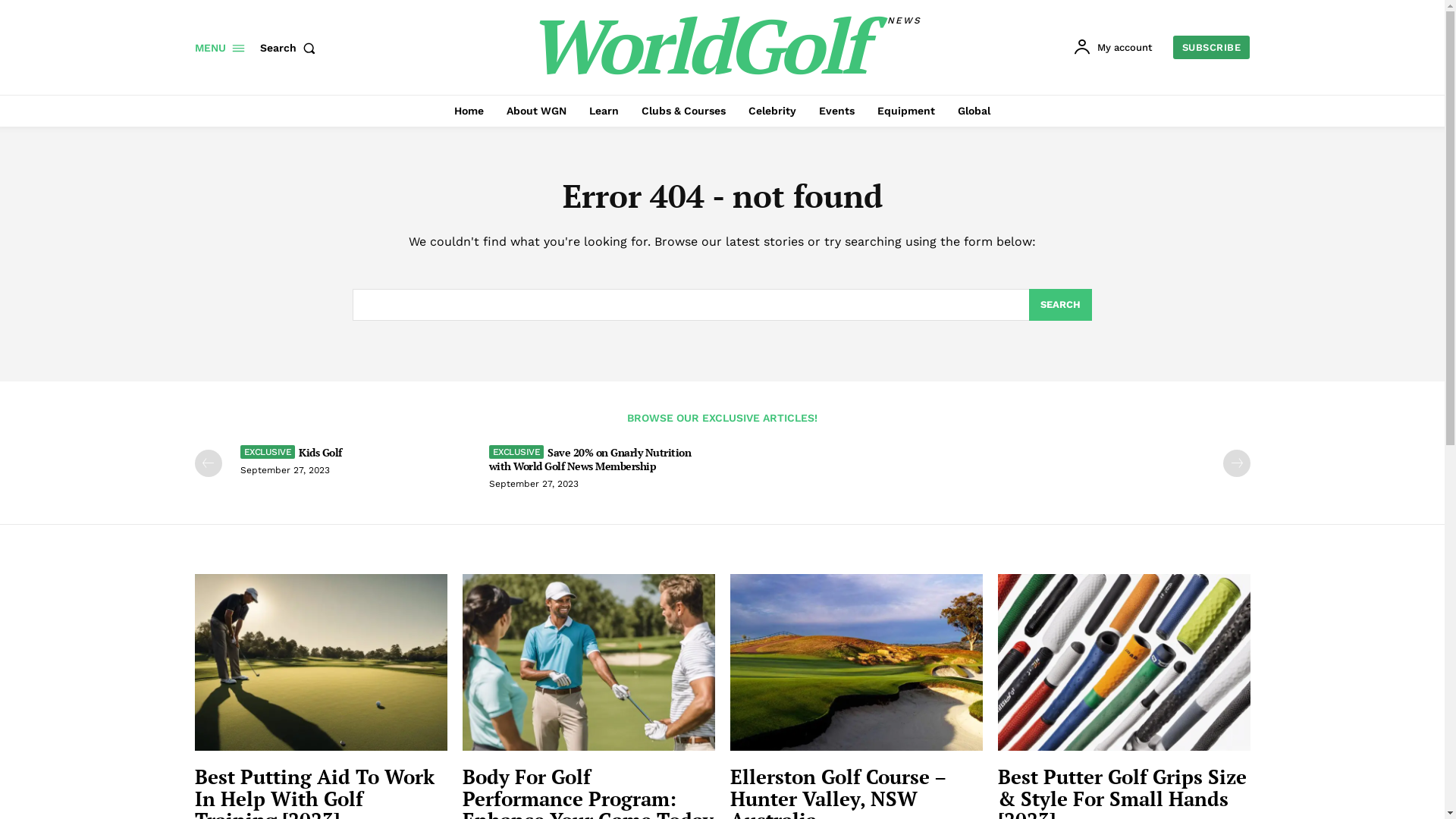  Describe the element at coordinates (682, 110) in the screenshot. I see `'Clubs & Courses'` at that location.